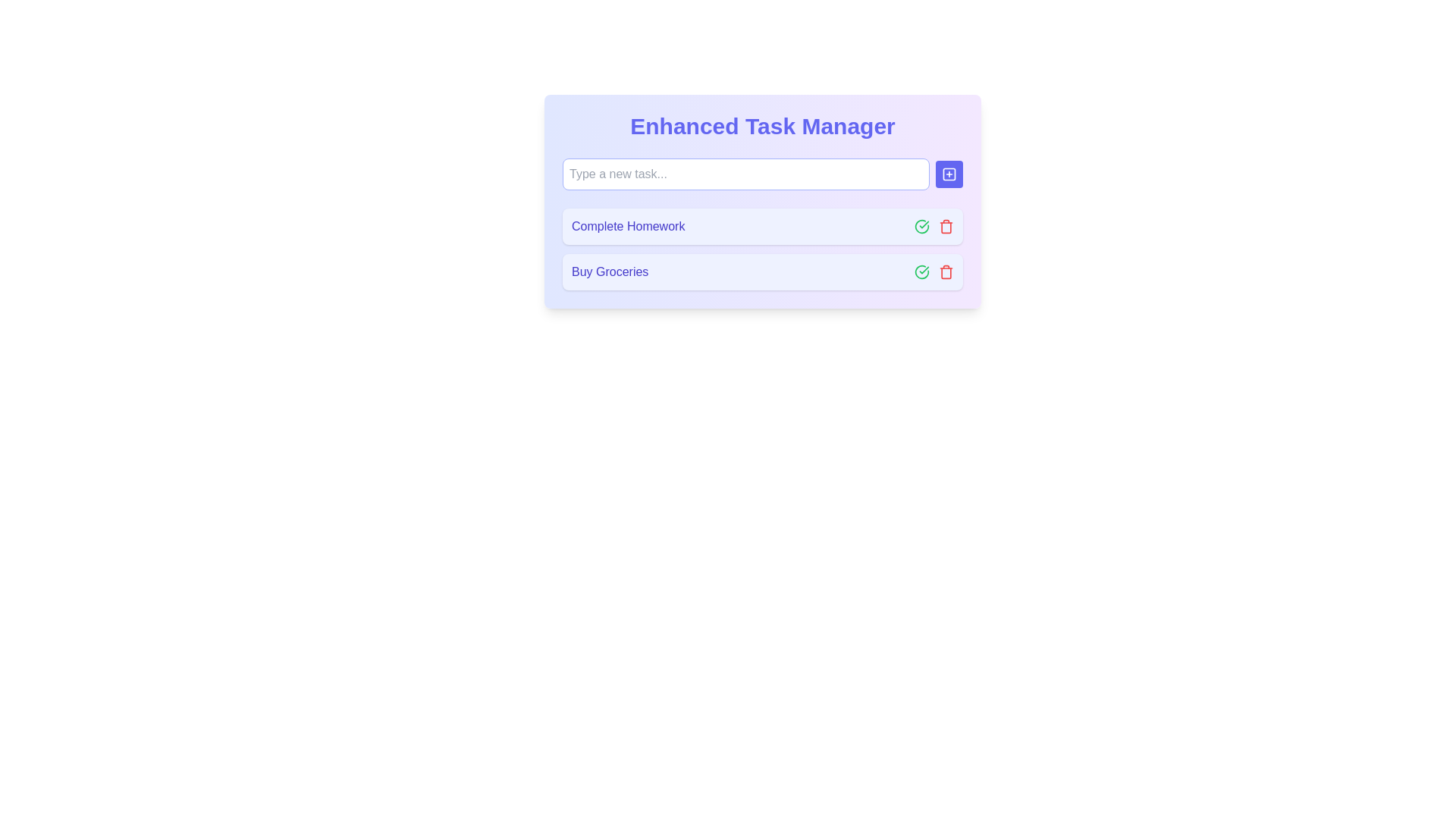 This screenshot has width=1456, height=819. Describe the element at coordinates (949, 174) in the screenshot. I see `the 'add' icon located at the center of the purple button` at that location.